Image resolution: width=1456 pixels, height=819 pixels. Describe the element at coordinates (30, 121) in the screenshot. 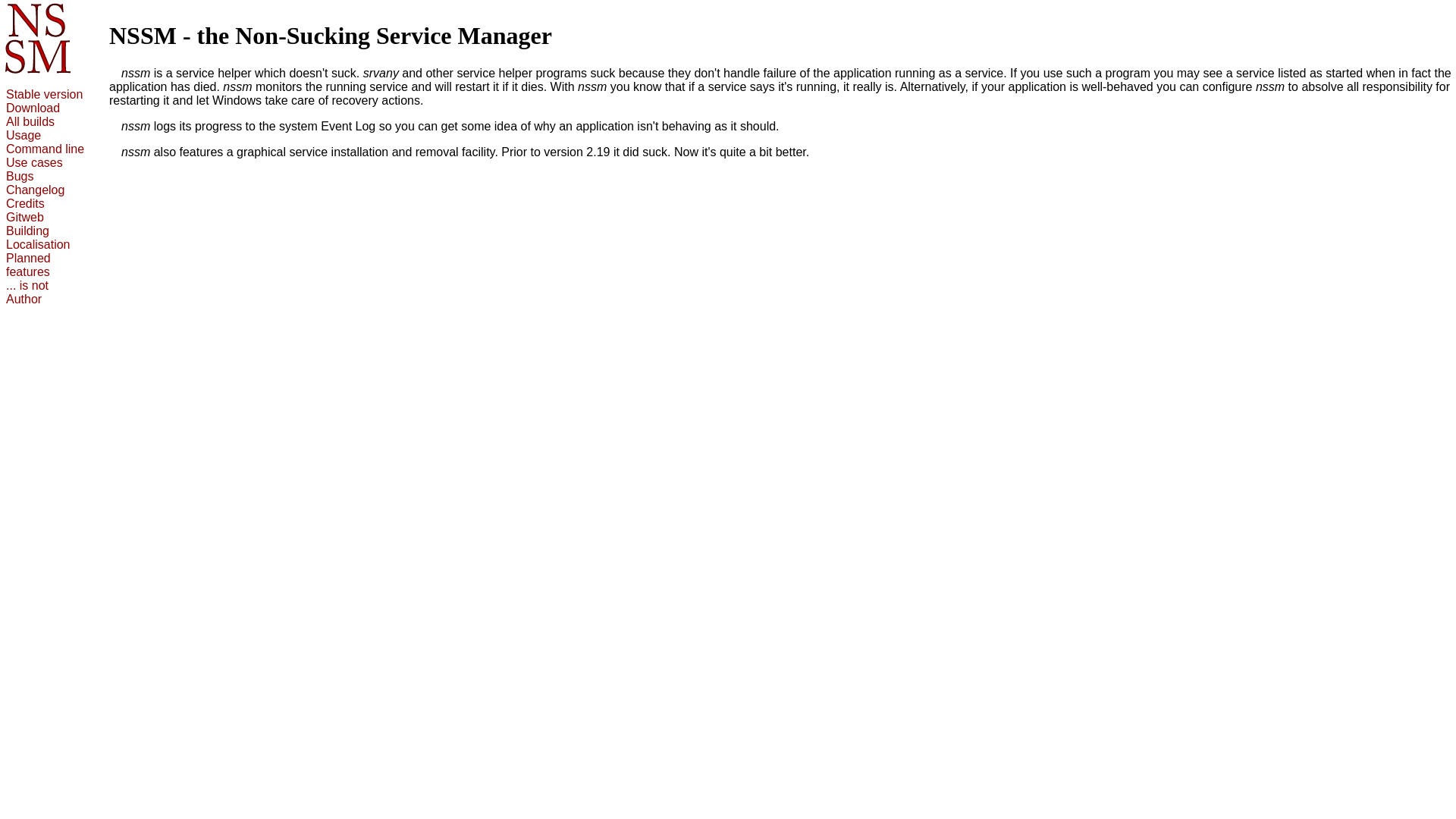

I see `'All builds'` at that location.